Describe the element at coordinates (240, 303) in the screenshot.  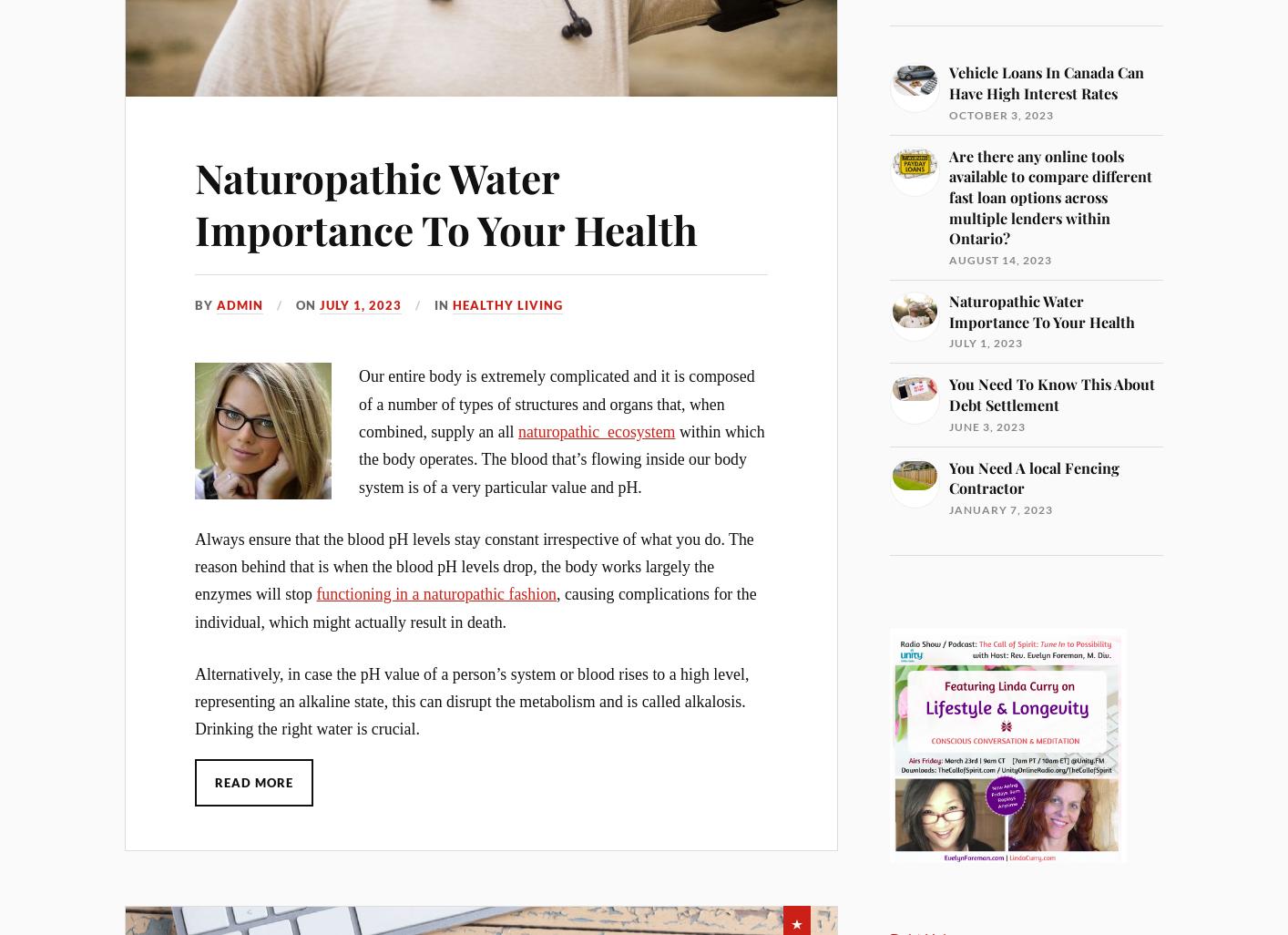
I see `'admin'` at that location.